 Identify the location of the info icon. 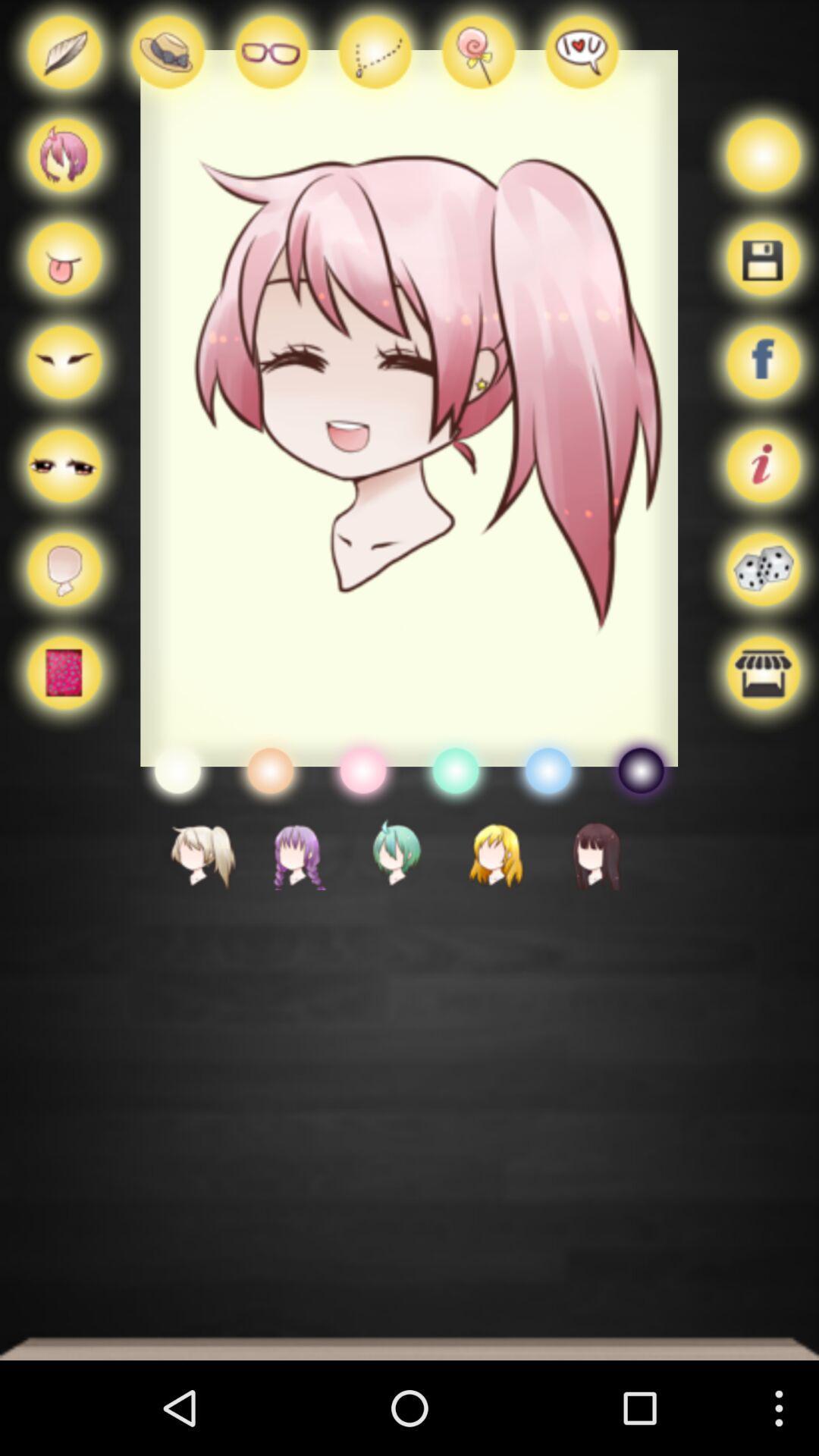
(758, 498).